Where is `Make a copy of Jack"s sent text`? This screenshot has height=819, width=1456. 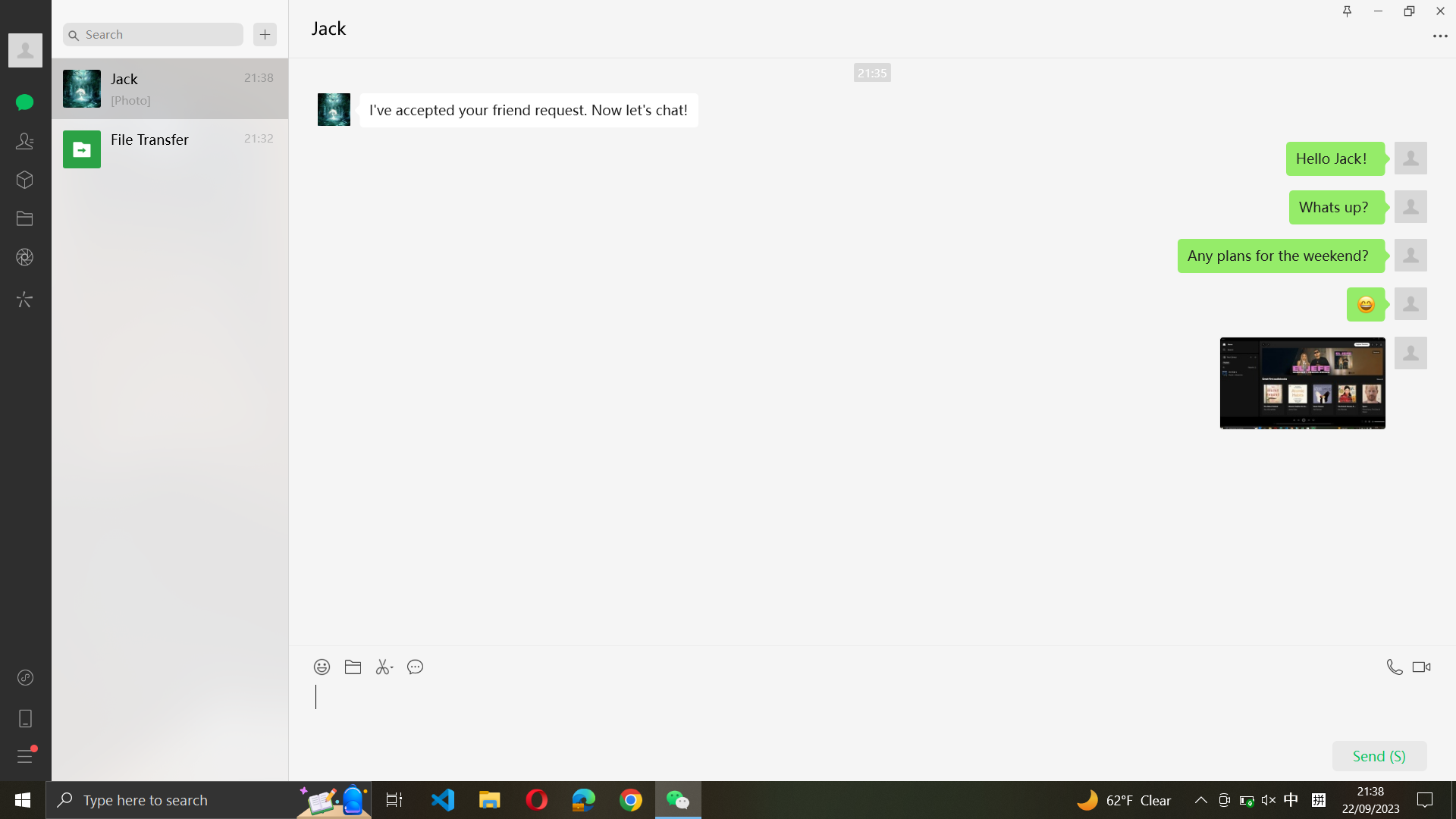
Make a copy of Jack"s sent text is located at coordinates (528, 110).